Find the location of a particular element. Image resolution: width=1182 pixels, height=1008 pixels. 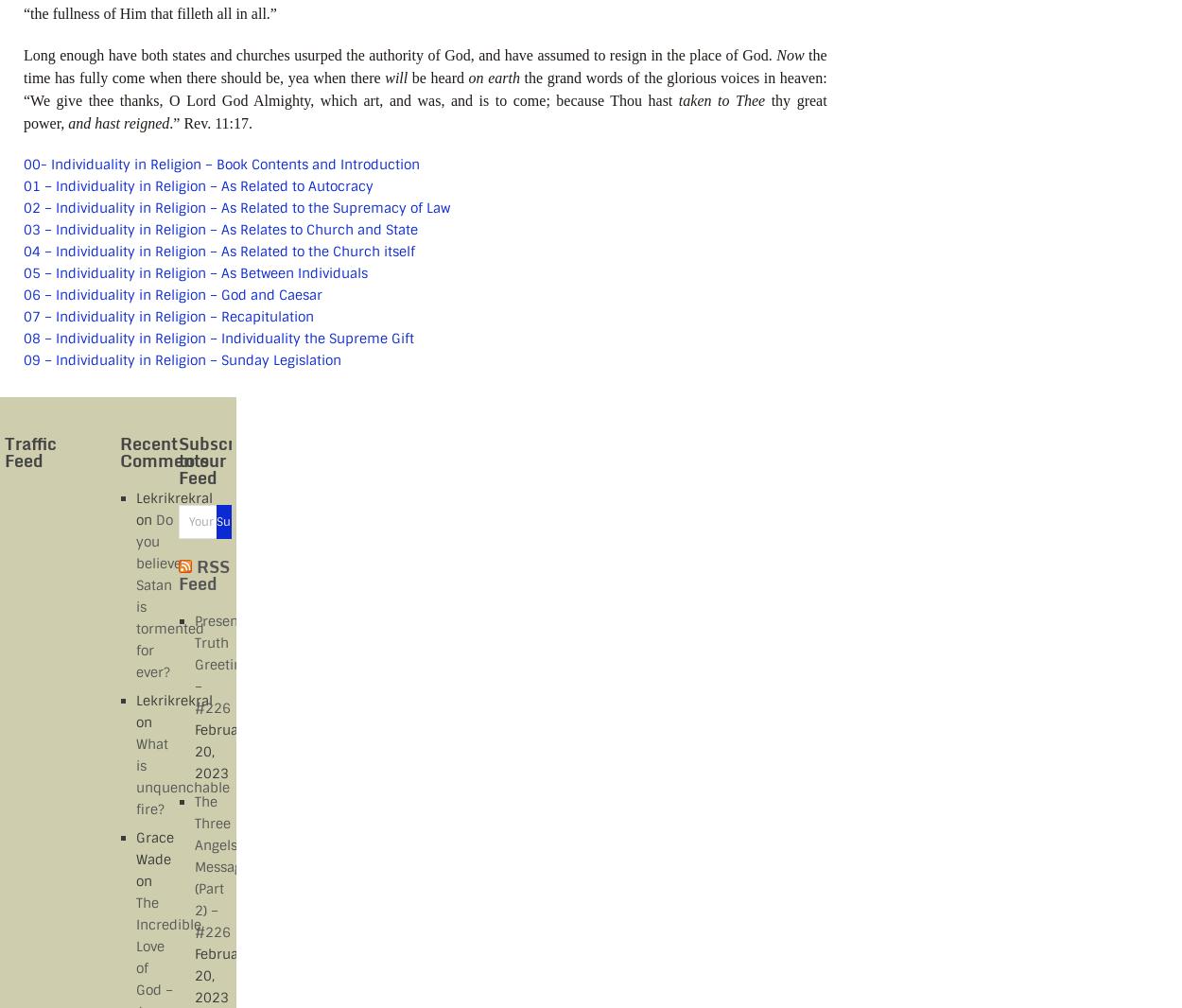

'01 – Individuality in Religion – As Related to Autocracy' is located at coordinates (198, 184).